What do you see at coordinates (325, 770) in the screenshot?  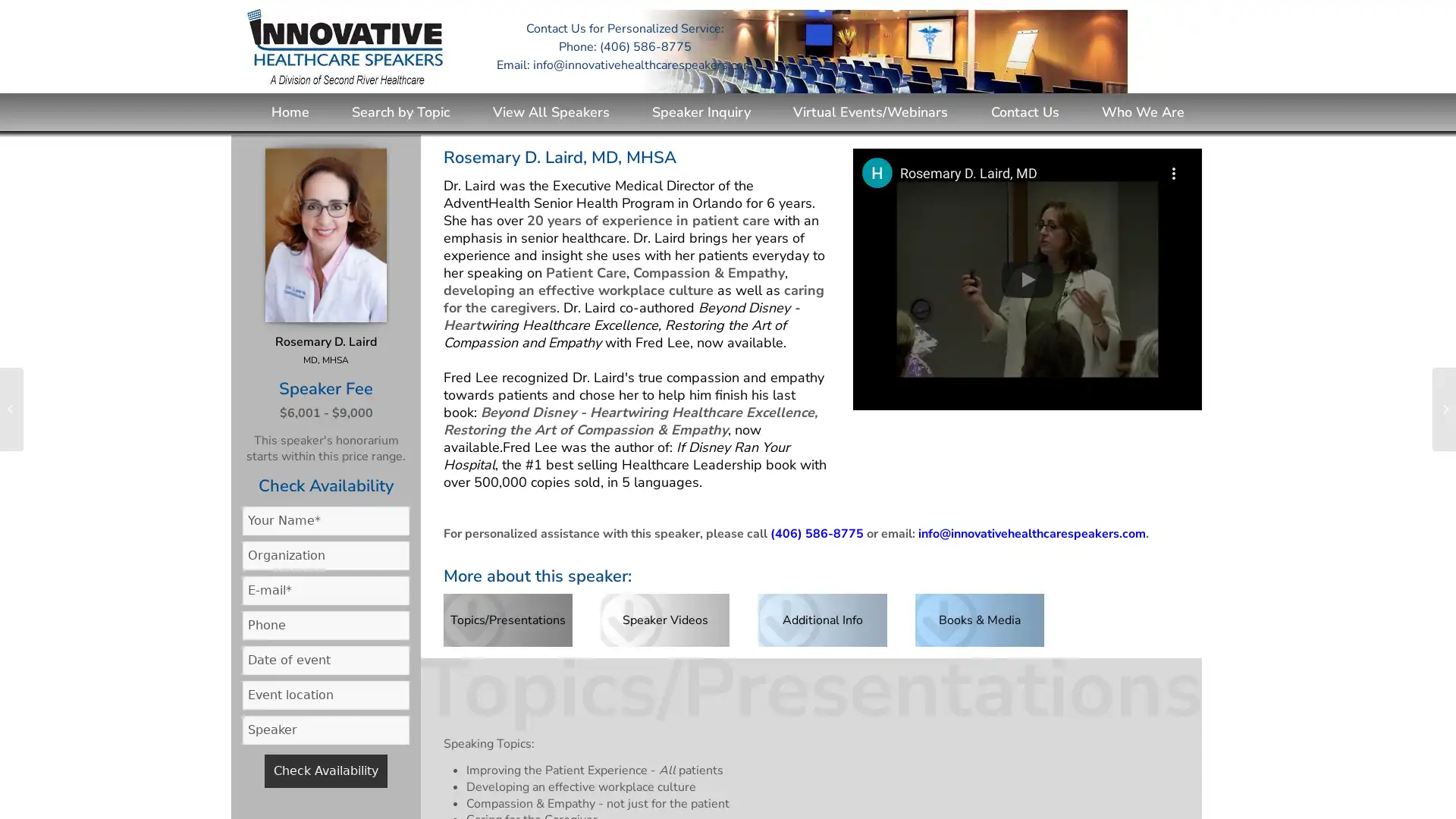 I see `Check Availability` at bounding box center [325, 770].